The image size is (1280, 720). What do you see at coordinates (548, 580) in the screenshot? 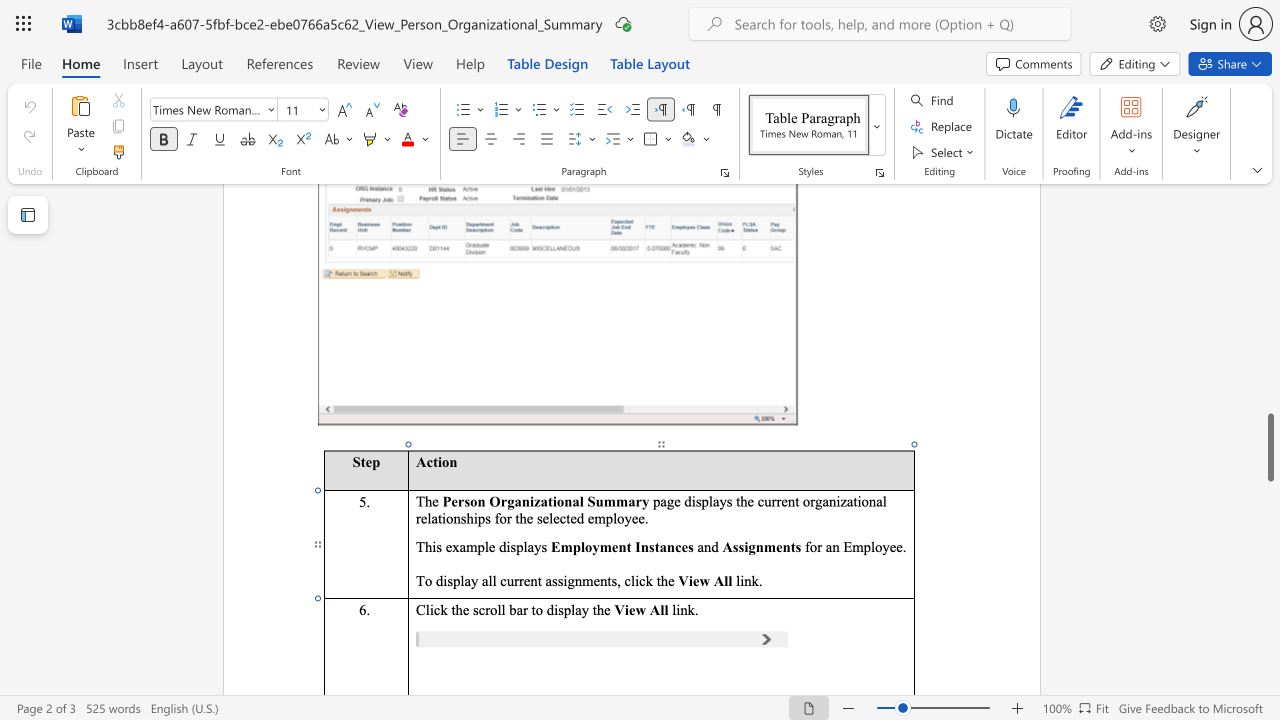
I see `the 4th character "a" in the text` at bounding box center [548, 580].